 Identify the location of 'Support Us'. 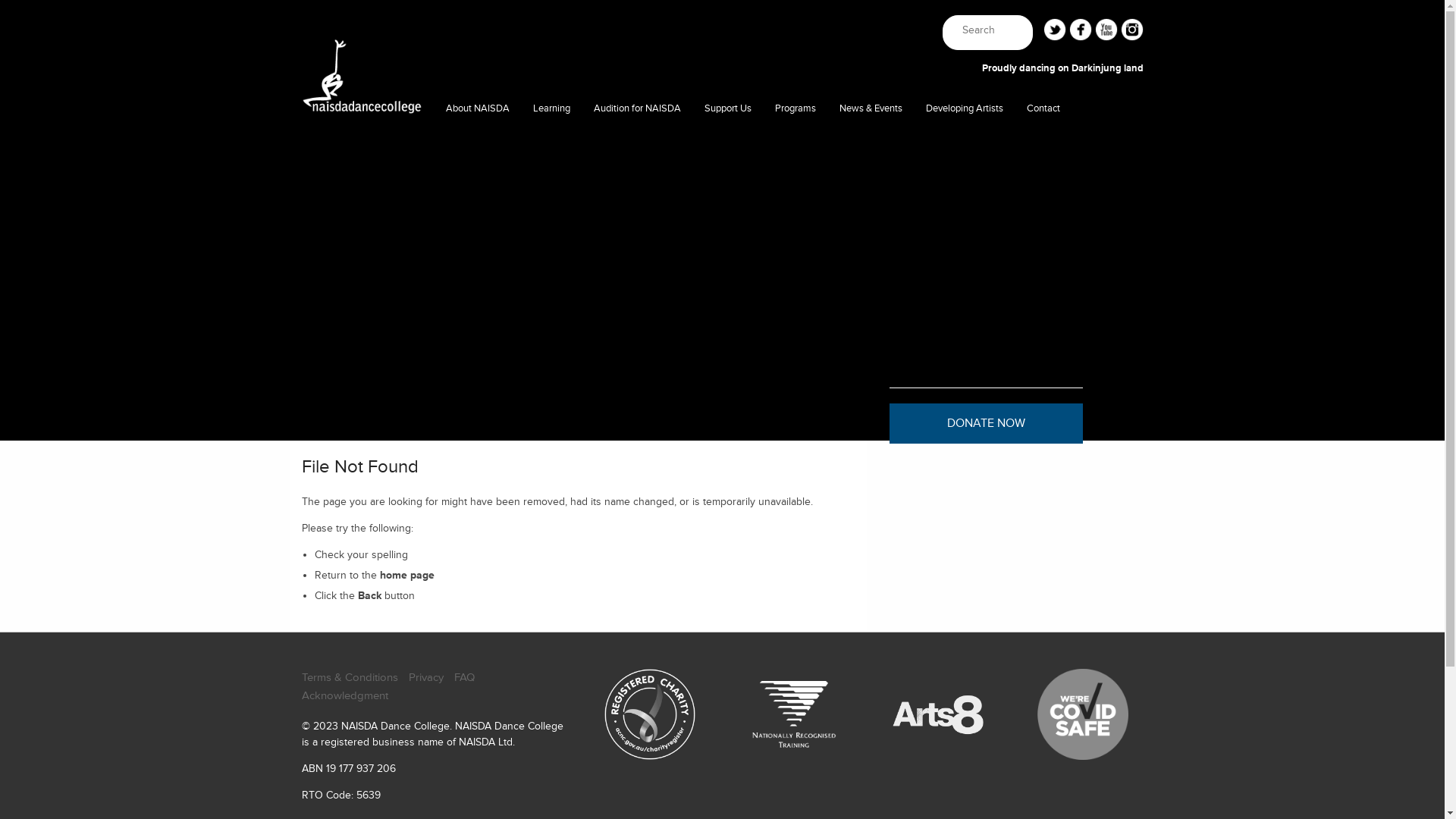
(728, 108).